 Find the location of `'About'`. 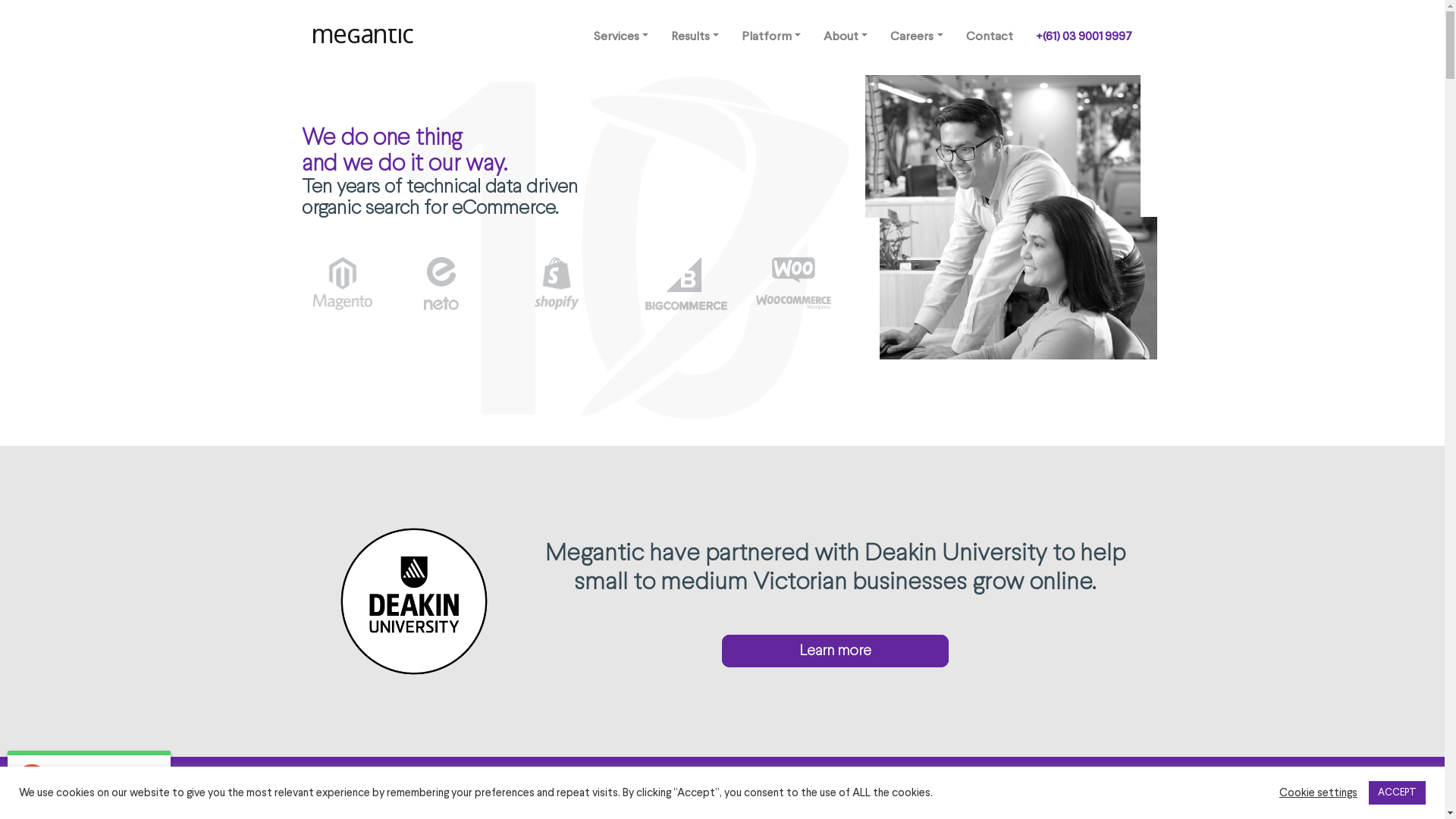

'About' is located at coordinates (844, 36).